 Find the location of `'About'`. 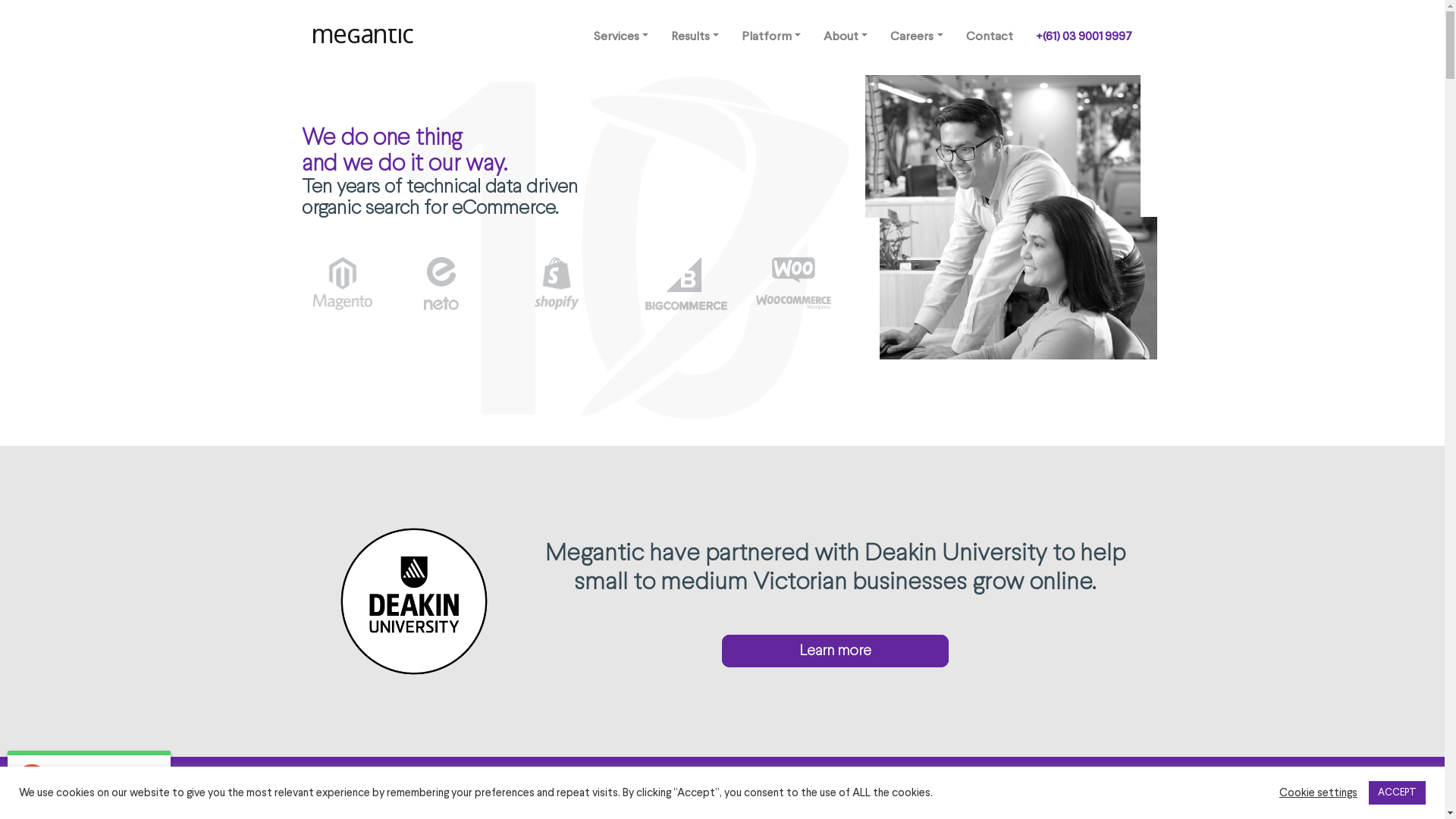

'About' is located at coordinates (844, 36).